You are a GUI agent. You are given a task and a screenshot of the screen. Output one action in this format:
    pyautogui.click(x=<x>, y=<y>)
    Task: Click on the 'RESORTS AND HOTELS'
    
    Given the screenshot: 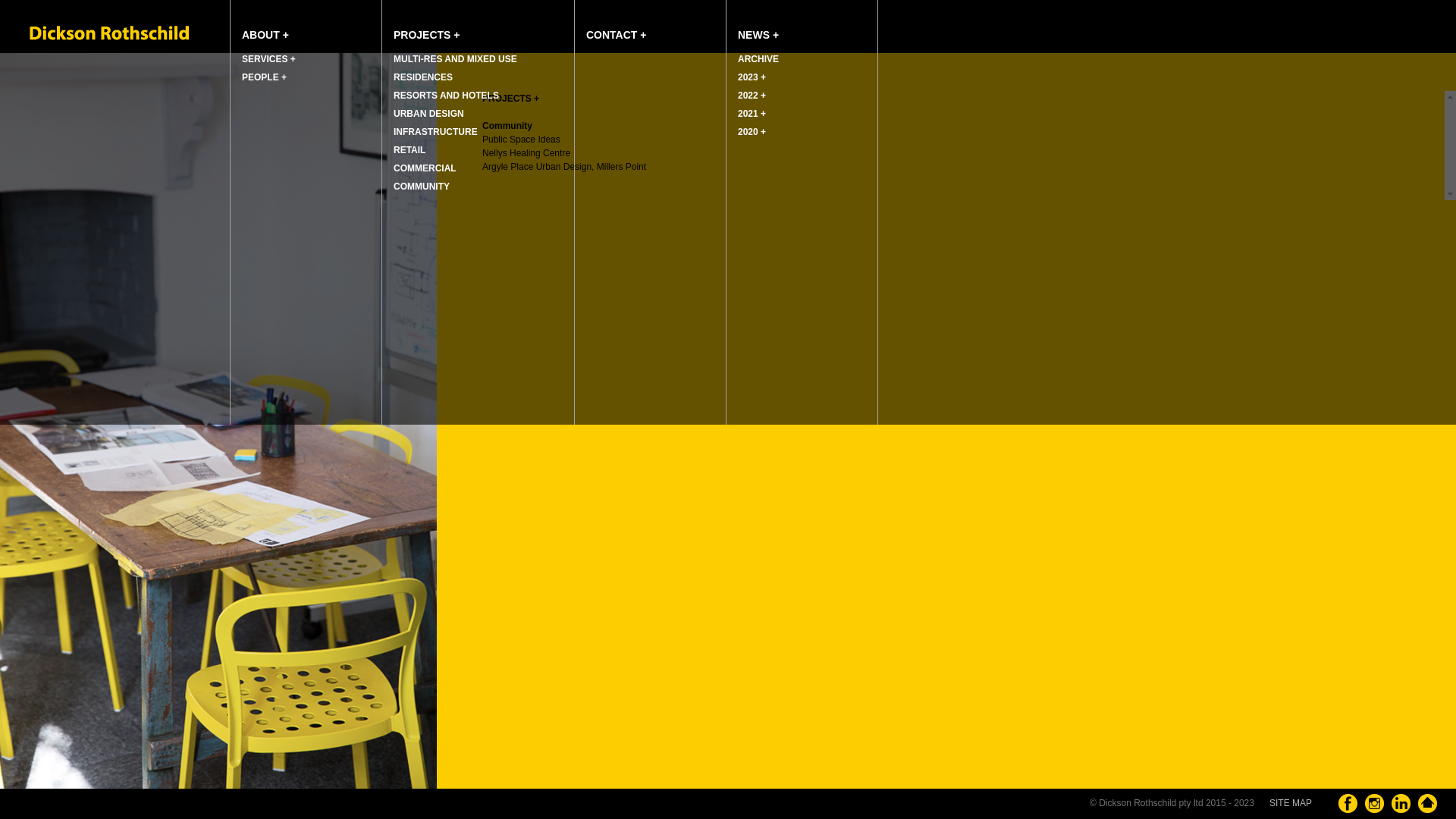 What is the action you would take?
    pyautogui.click(x=382, y=96)
    